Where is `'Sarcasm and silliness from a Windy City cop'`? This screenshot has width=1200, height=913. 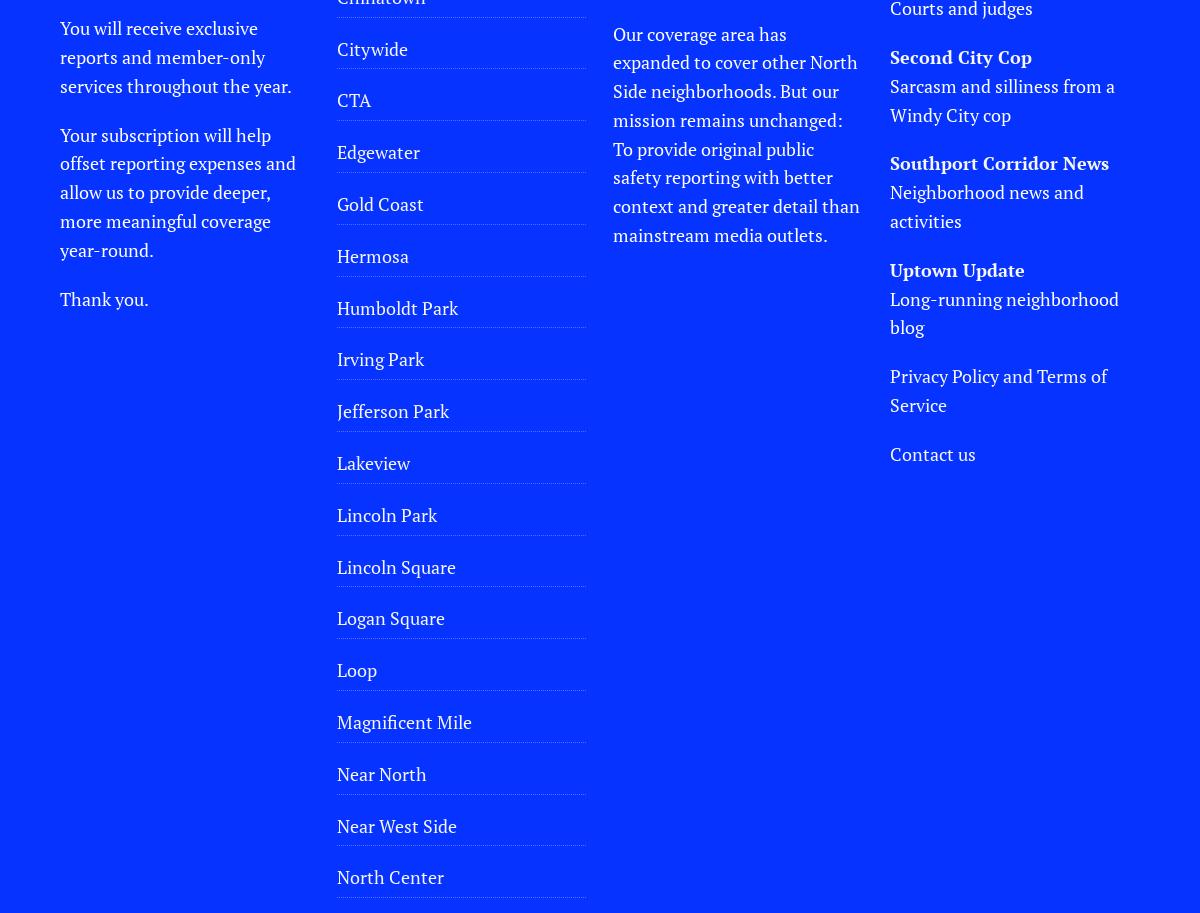
'Sarcasm and silliness from a Windy City cop' is located at coordinates (1002, 99).